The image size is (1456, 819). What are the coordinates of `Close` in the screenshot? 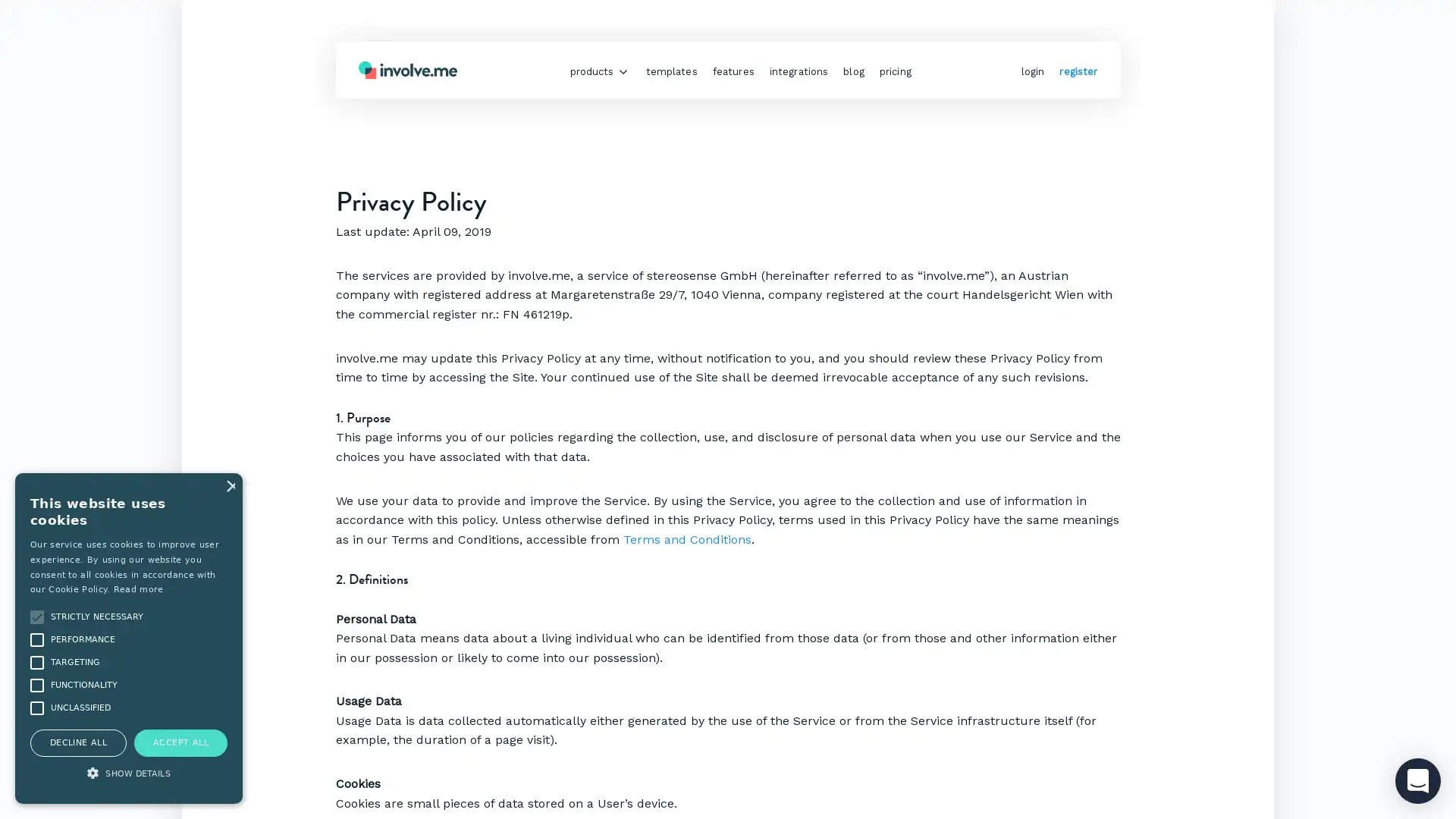 It's located at (228, 485).